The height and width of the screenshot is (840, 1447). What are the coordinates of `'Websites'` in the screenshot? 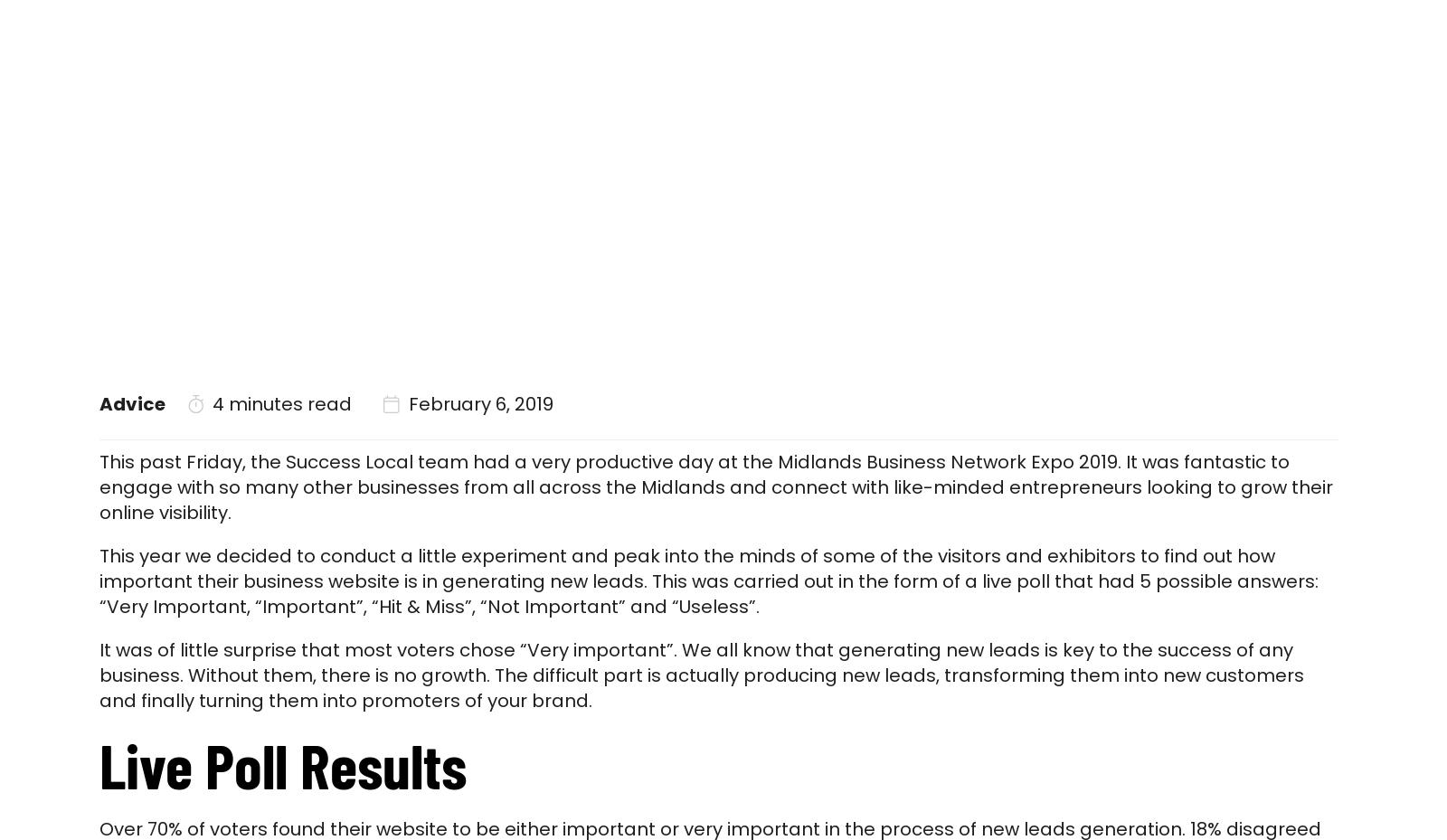 It's located at (964, 46).